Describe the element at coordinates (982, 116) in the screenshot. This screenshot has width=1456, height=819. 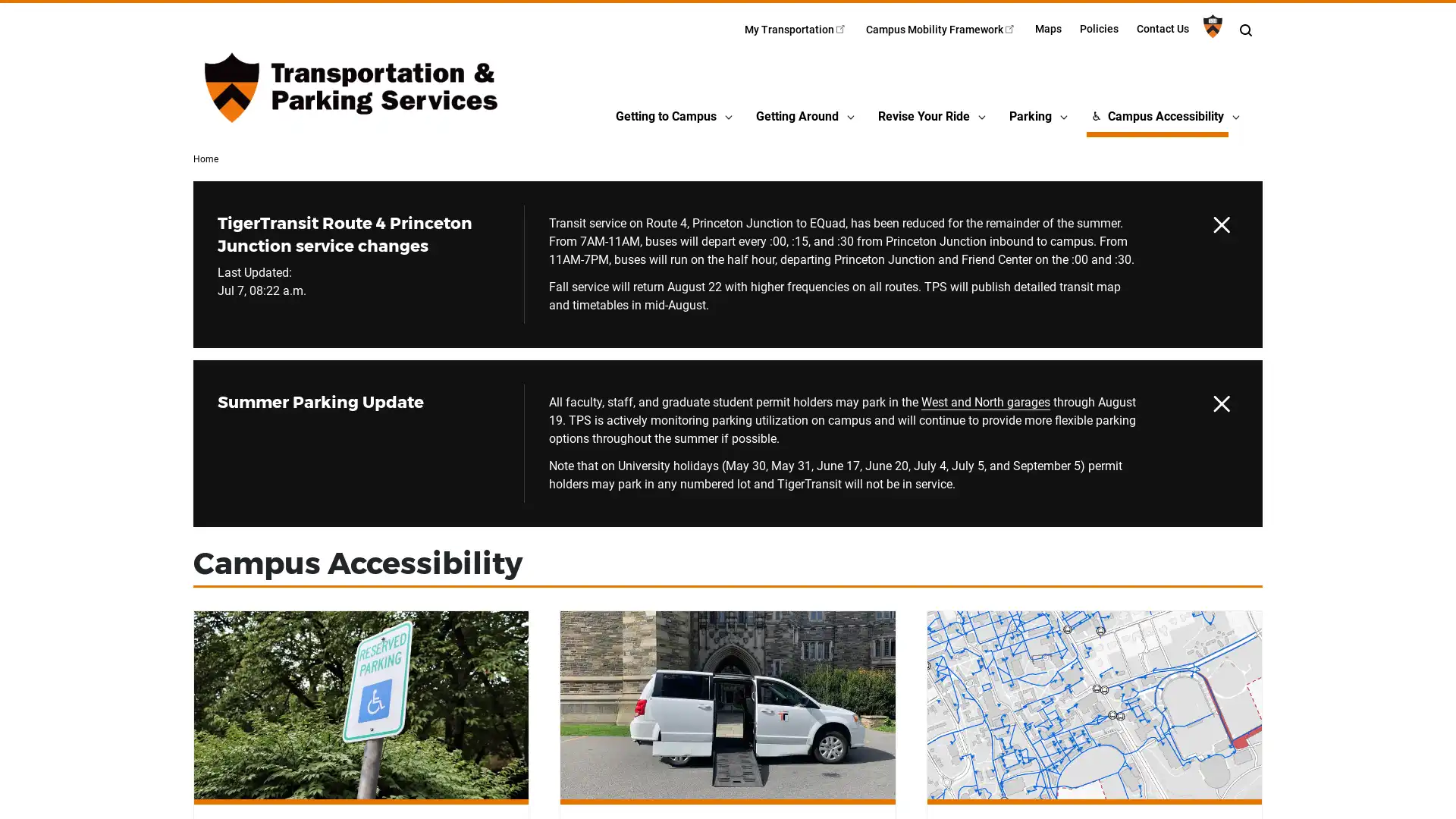
I see `Revise Your RideSubmenu` at that location.